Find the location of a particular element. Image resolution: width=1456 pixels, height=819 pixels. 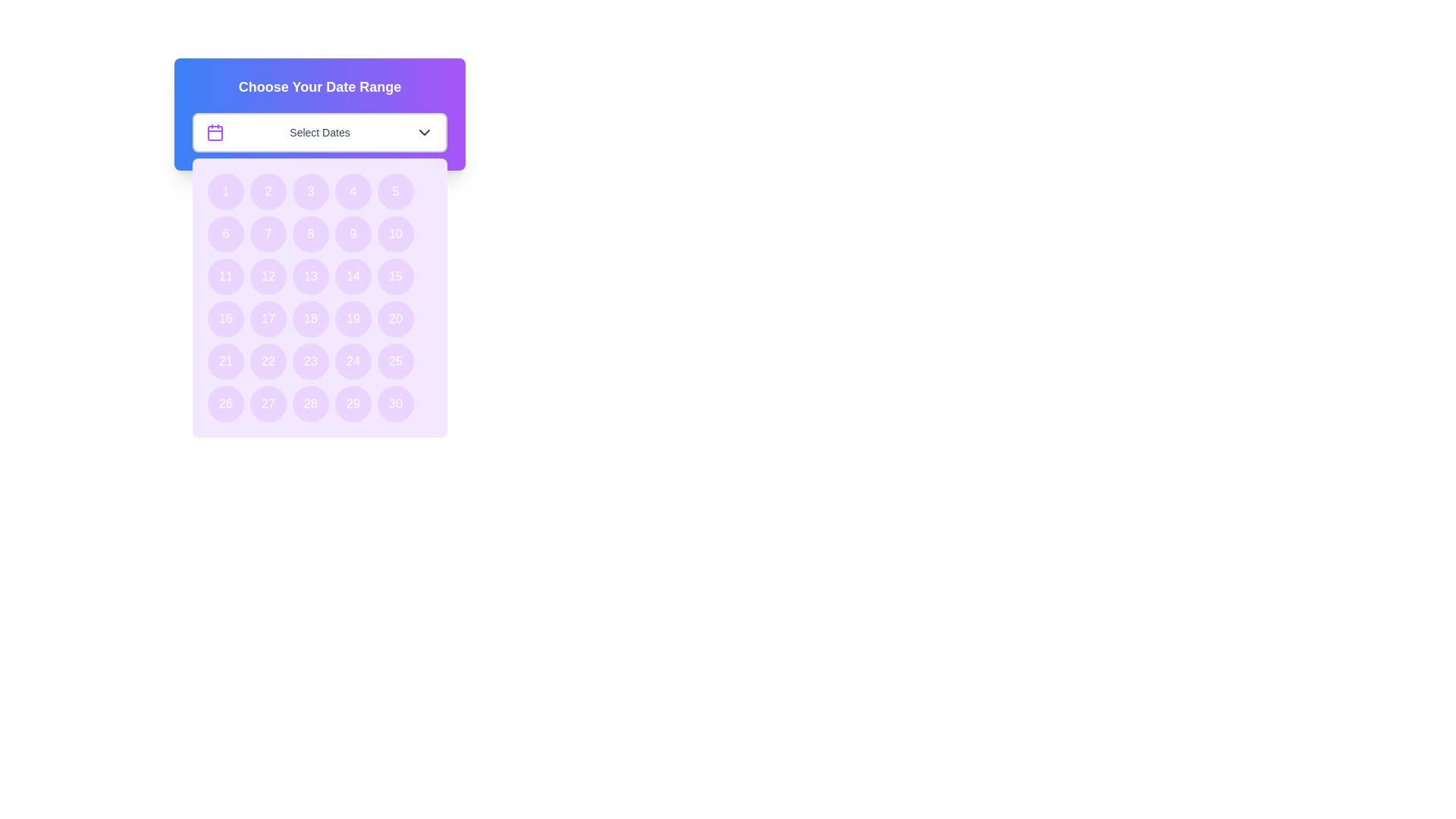

the circular button with a light purple background displaying the number '25' in white font, located in the sixth row and fifth column of the grid layout is located at coordinates (396, 362).